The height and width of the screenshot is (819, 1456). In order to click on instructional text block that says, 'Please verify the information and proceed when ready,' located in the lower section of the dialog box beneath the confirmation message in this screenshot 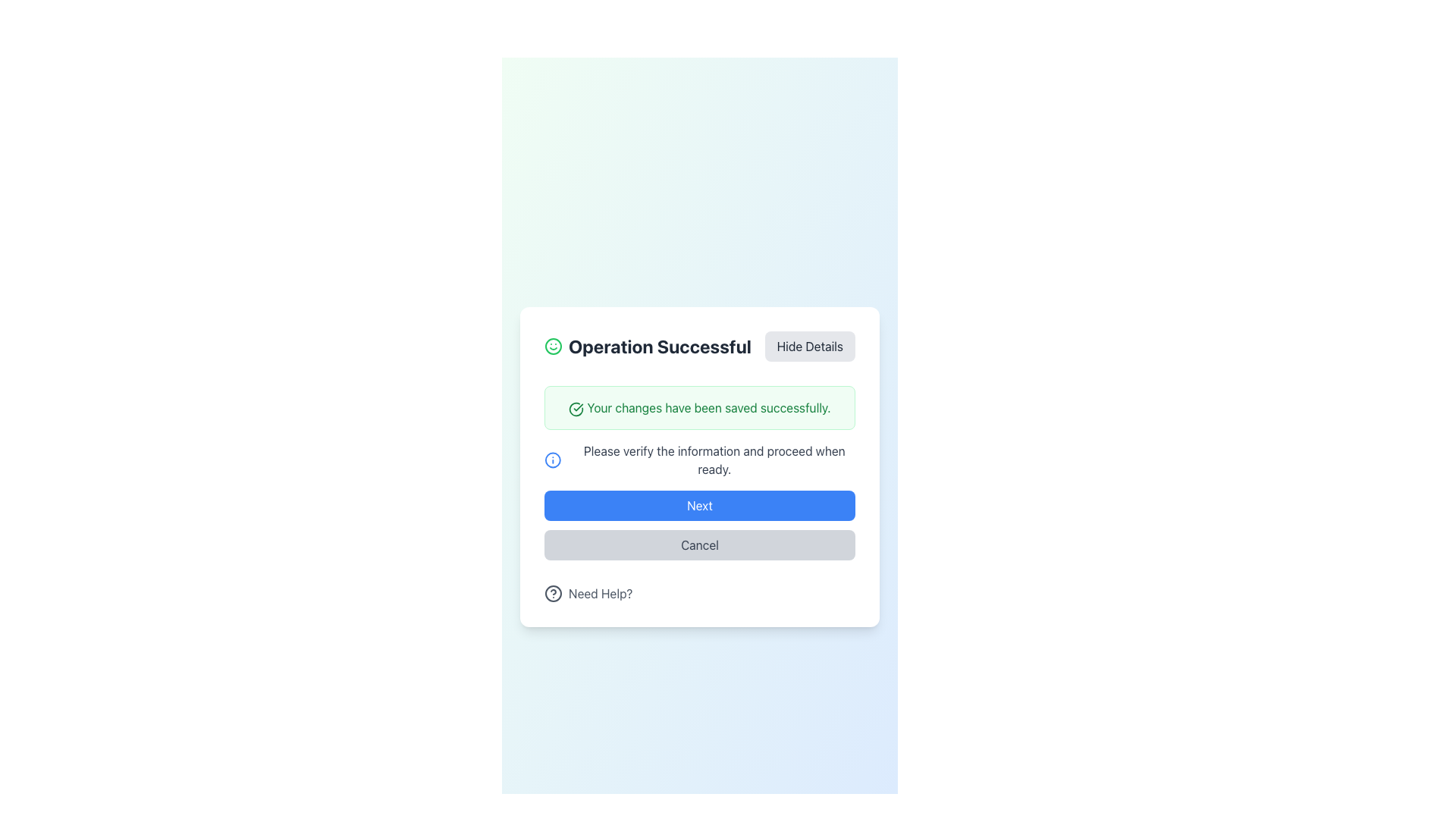, I will do `click(714, 459)`.